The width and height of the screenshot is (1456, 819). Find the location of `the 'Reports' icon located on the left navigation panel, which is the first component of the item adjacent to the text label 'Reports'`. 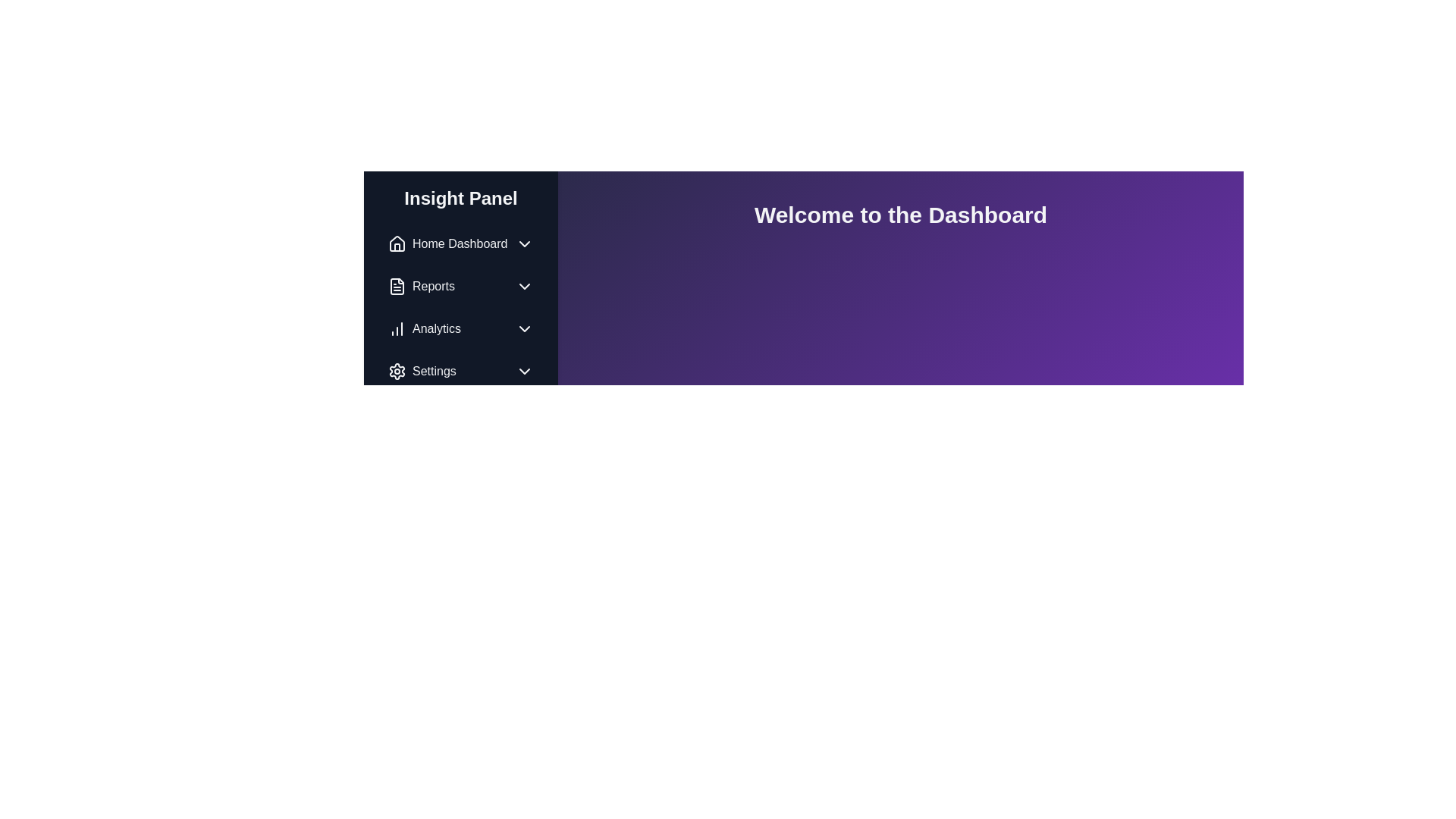

the 'Reports' icon located on the left navigation panel, which is the first component of the item adjacent to the text label 'Reports' is located at coordinates (397, 287).